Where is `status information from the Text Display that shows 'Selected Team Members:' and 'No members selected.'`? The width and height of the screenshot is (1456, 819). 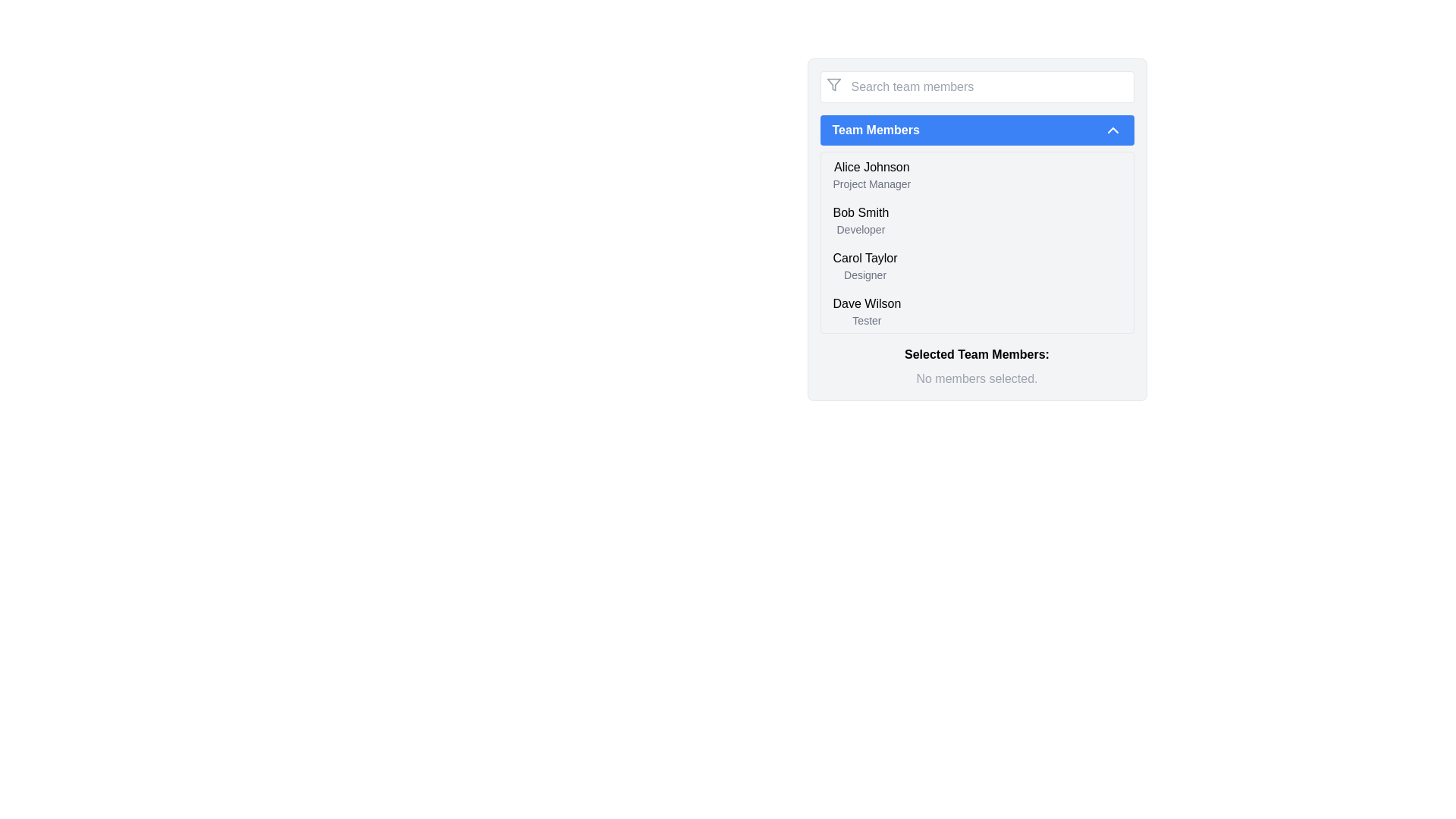
status information from the Text Display that shows 'Selected Team Members:' and 'No members selected.' is located at coordinates (977, 366).